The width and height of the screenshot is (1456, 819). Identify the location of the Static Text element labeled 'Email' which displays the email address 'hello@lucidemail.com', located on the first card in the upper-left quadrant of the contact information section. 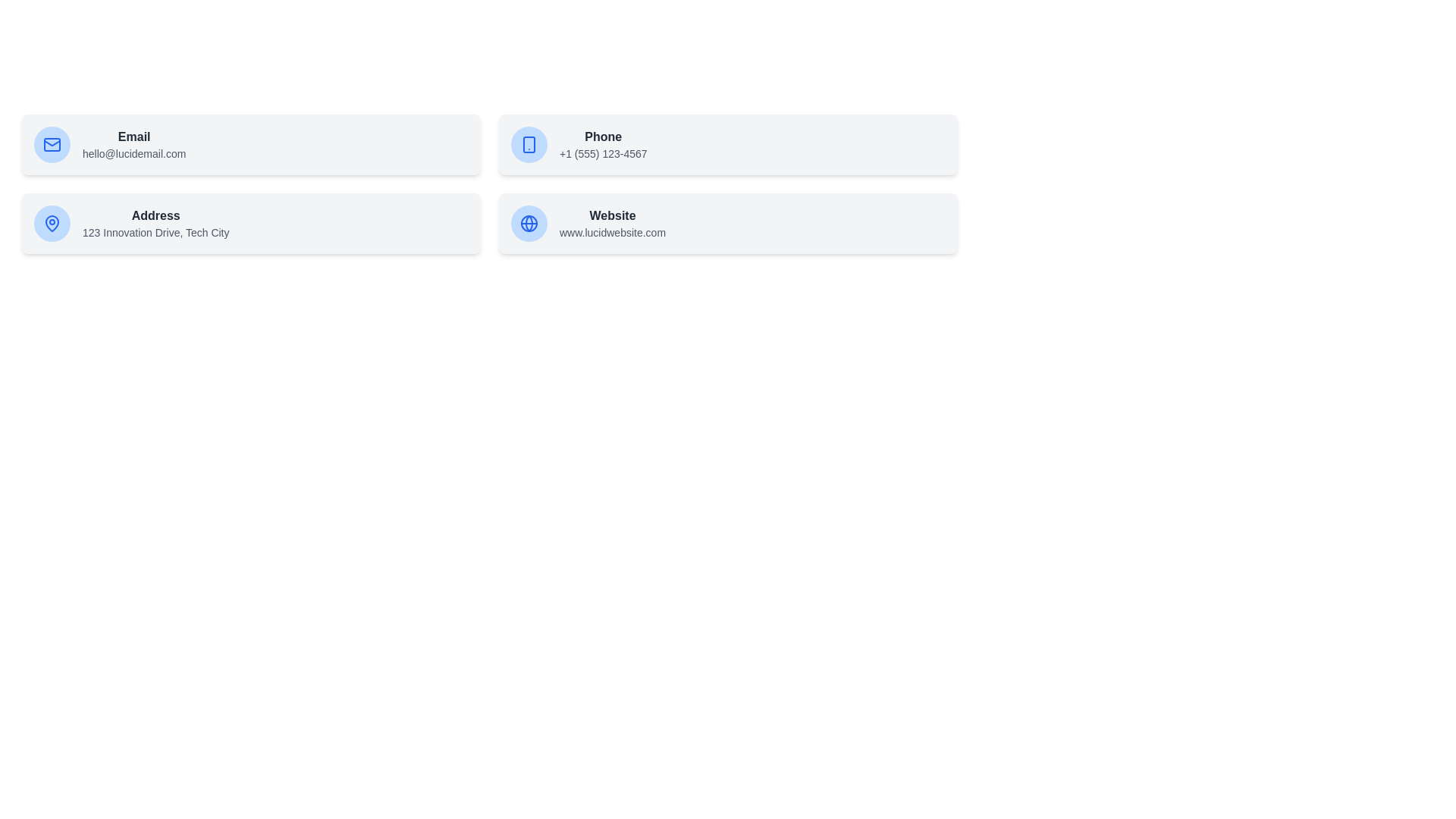
(134, 145).